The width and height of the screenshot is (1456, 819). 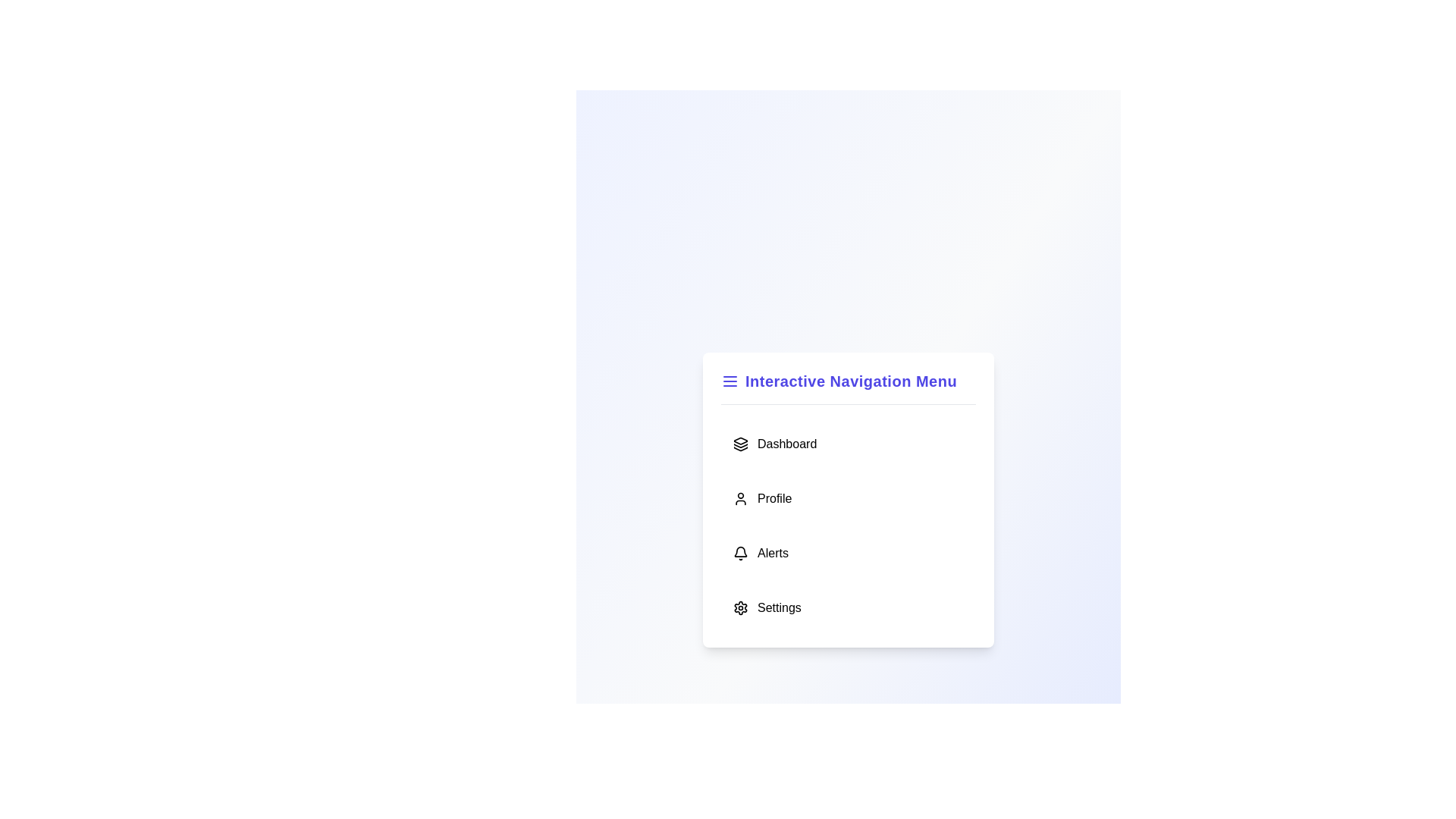 I want to click on the menu item Settings by clicking on it, so click(x=847, y=607).